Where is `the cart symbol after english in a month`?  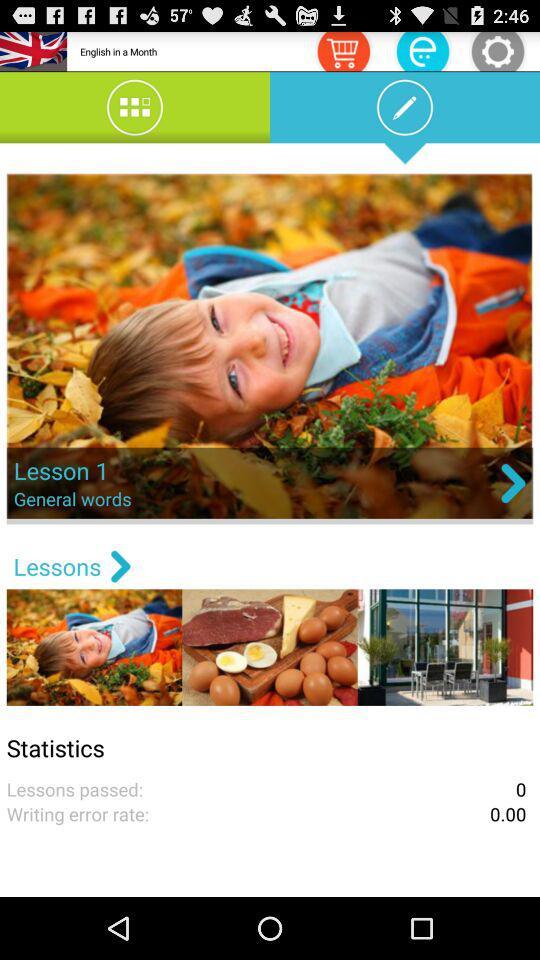
the cart symbol after english in a month is located at coordinates (342, 50).